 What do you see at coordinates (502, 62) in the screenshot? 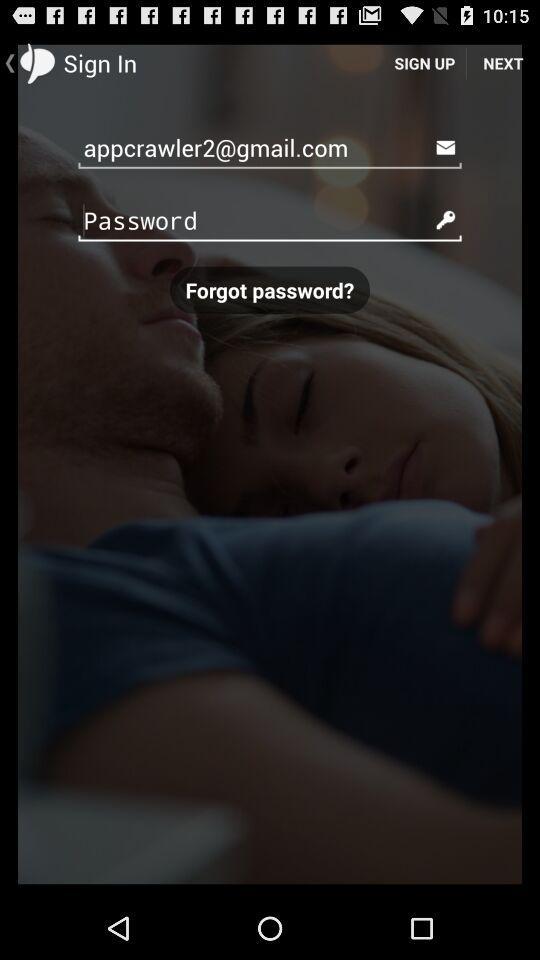
I see `next` at bounding box center [502, 62].